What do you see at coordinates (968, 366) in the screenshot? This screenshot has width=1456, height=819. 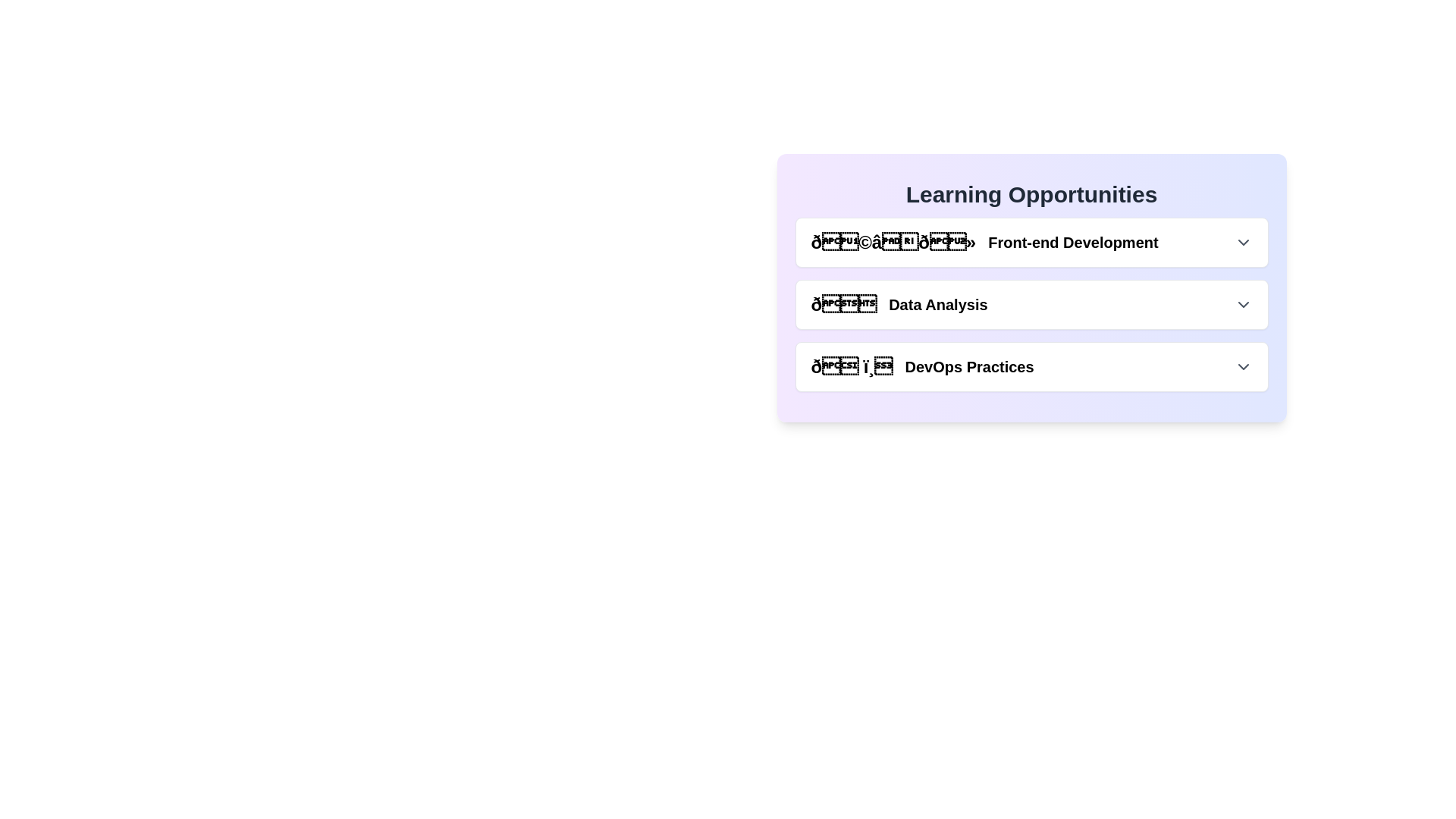 I see `the text label for the DevOps Practices category located in the 'Learning Opportunities' section` at bounding box center [968, 366].